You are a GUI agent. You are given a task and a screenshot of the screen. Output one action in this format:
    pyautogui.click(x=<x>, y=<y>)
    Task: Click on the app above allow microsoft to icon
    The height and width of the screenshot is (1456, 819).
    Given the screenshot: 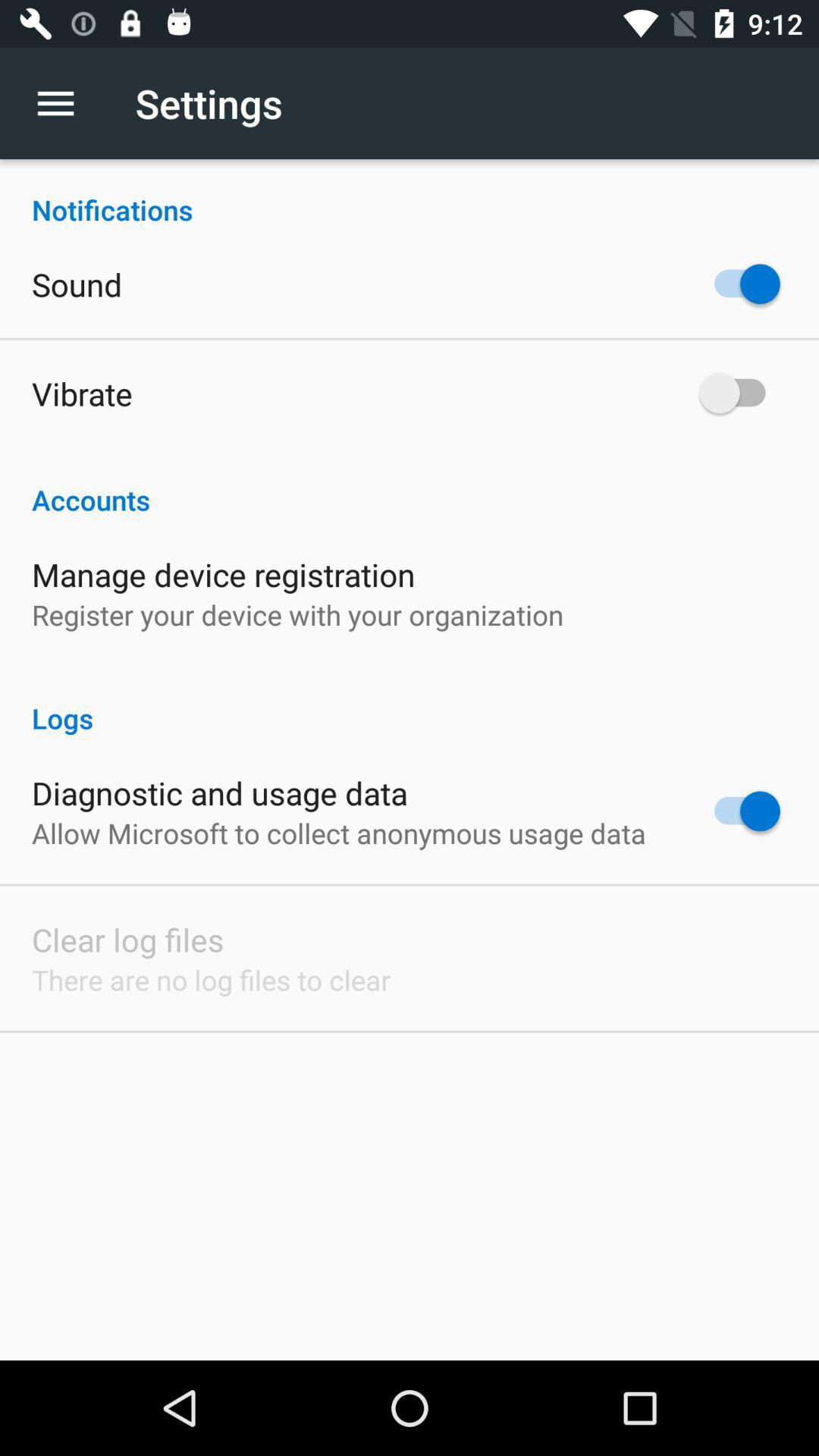 What is the action you would take?
    pyautogui.click(x=219, y=792)
    